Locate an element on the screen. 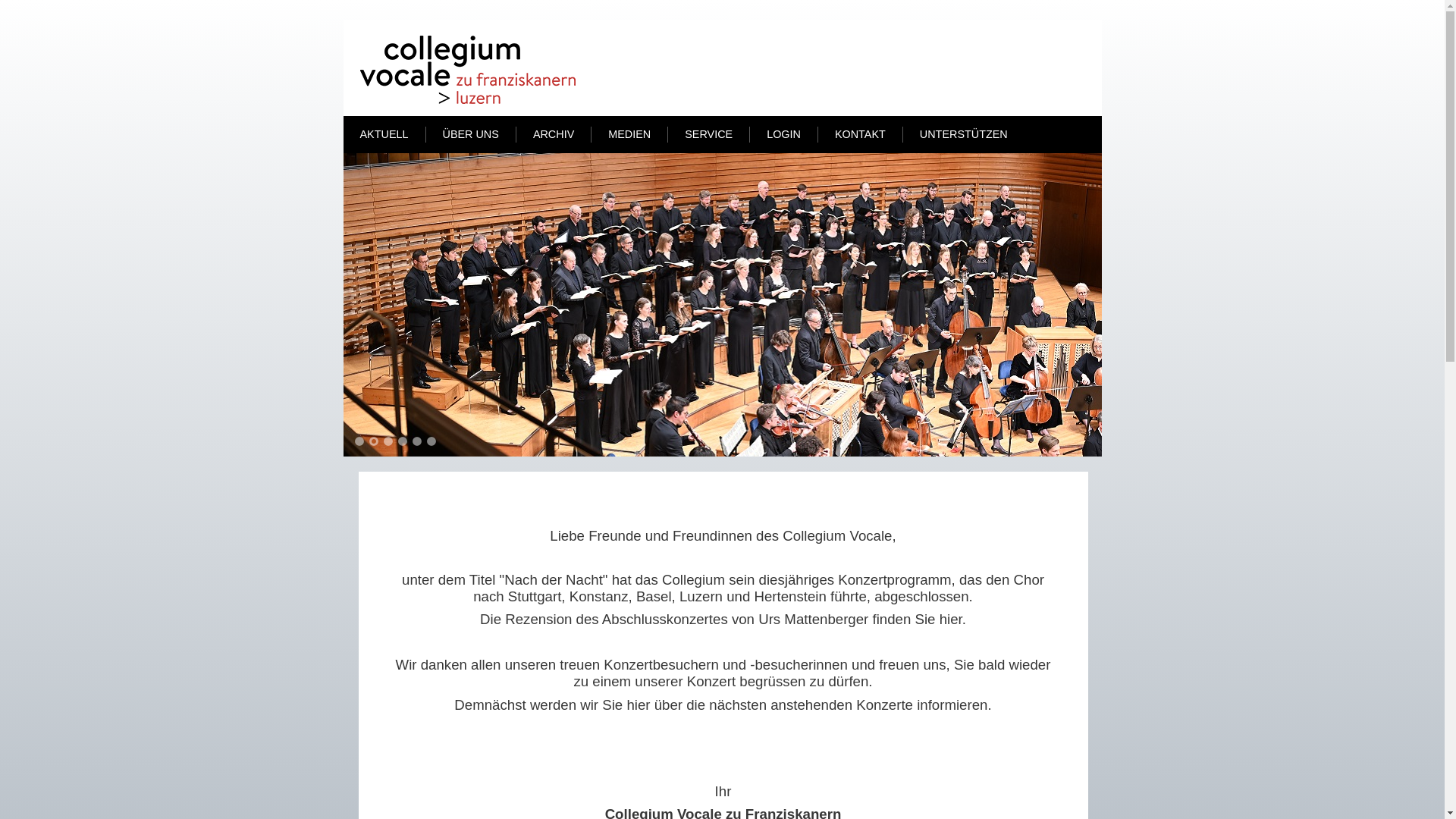 This screenshot has height=819, width=1456. 'ARCHIV' is located at coordinates (522, 133).